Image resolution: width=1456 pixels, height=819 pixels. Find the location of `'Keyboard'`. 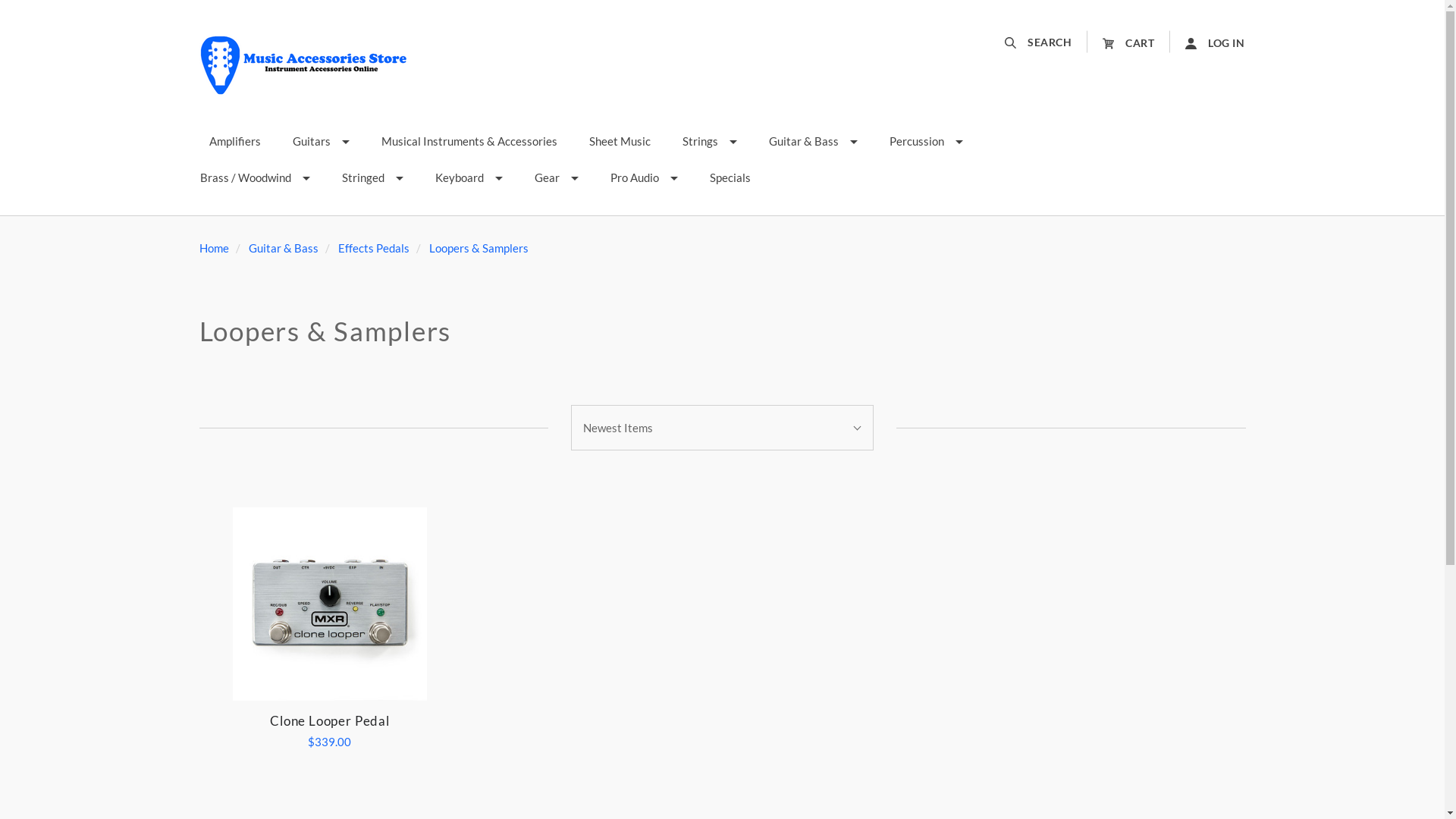

'Keyboard' is located at coordinates (467, 177).